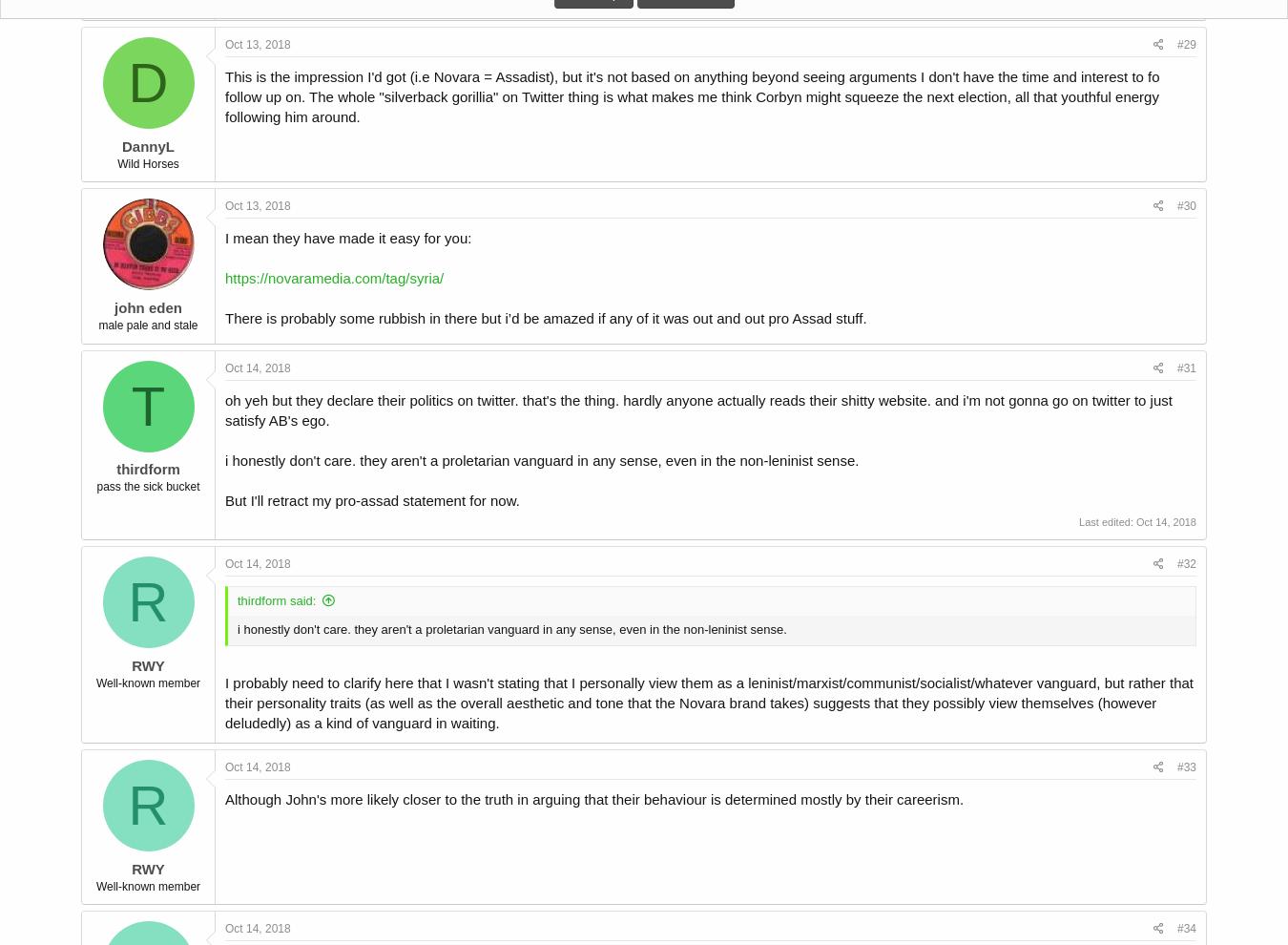 The height and width of the screenshot is (945, 1288). What do you see at coordinates (147, 469) in the screenshot?
I see `'thirdform'` at bounding box center [147, 469].